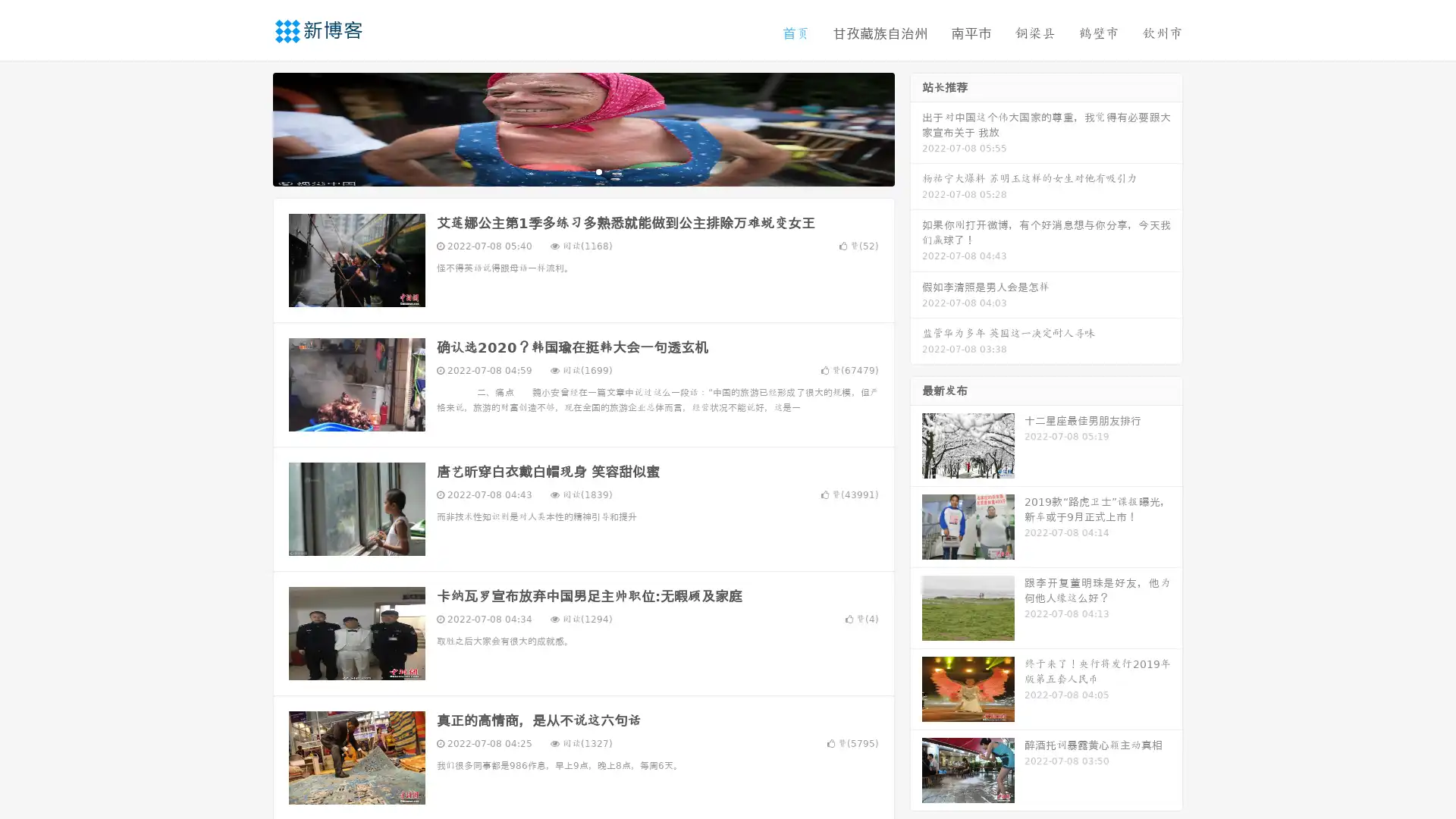 The width and height of the screenshot is (1456, 819). I want to click on Previous slide, so click(250, 127).